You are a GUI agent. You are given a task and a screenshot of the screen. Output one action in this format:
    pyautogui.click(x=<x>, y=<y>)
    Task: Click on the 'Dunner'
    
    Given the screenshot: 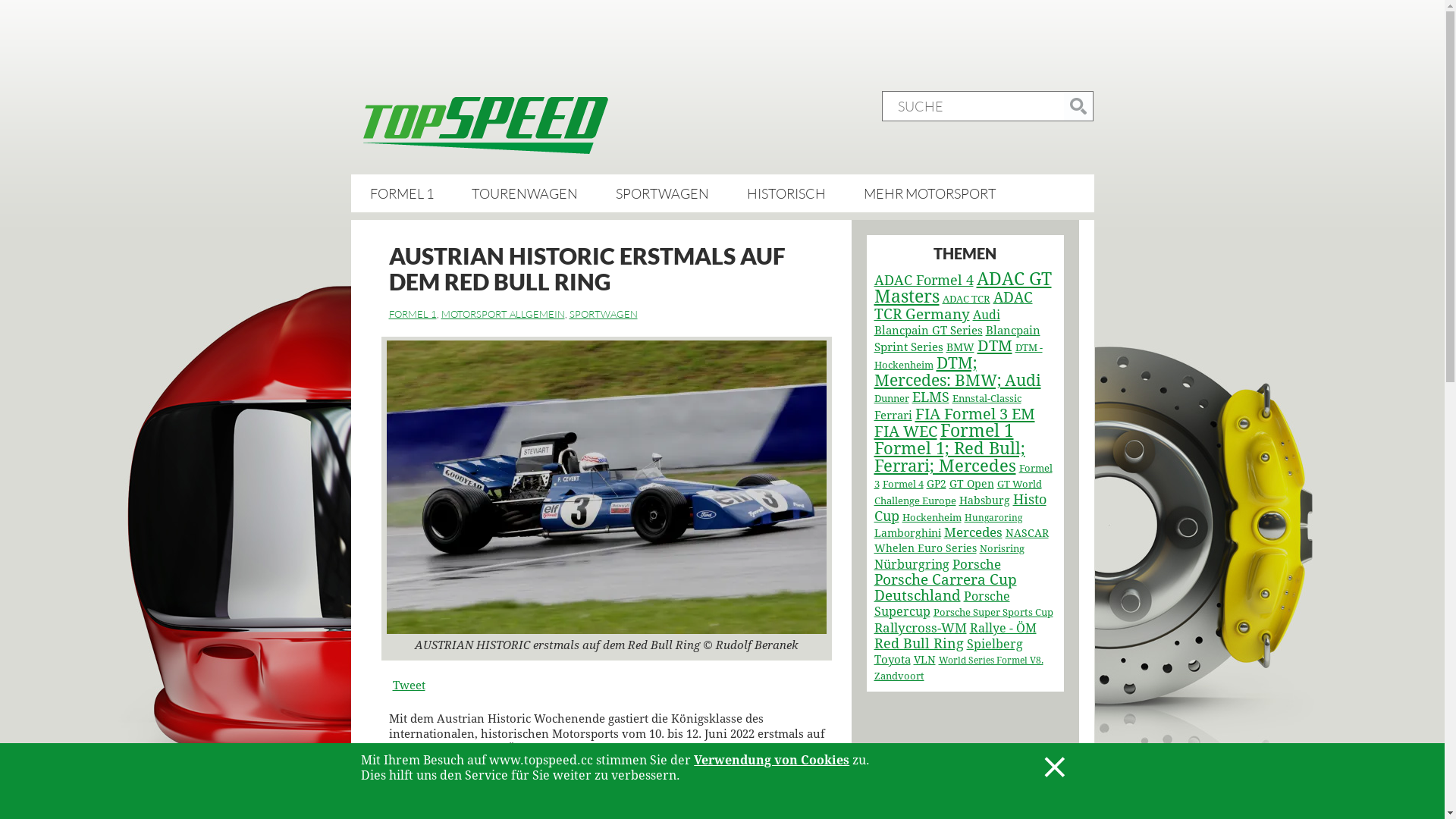 What is the action you would take?
    pyautogui.click(x=891, y=397)
    